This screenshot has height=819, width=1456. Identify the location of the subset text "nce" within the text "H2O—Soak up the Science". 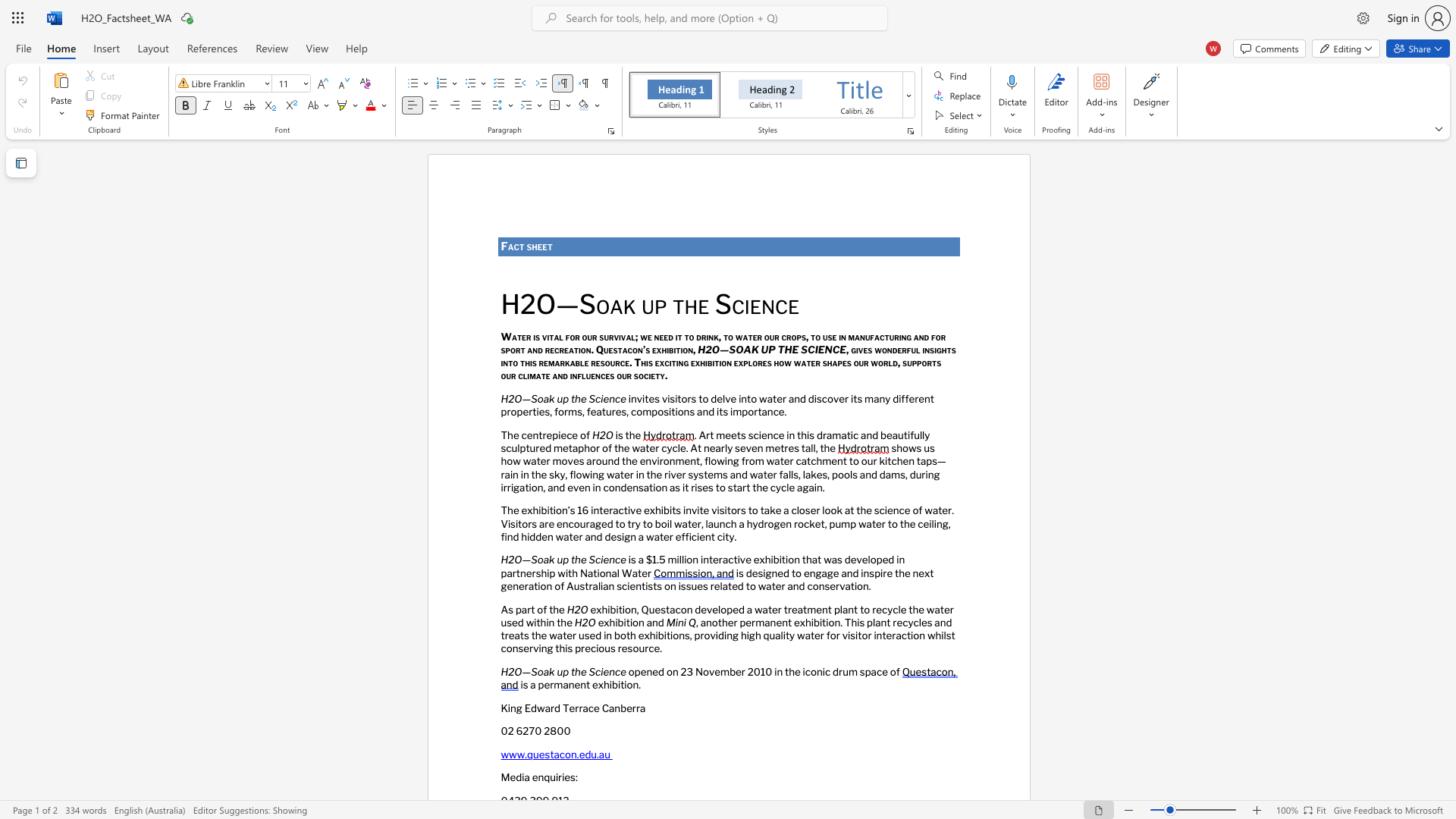
(609, 670).